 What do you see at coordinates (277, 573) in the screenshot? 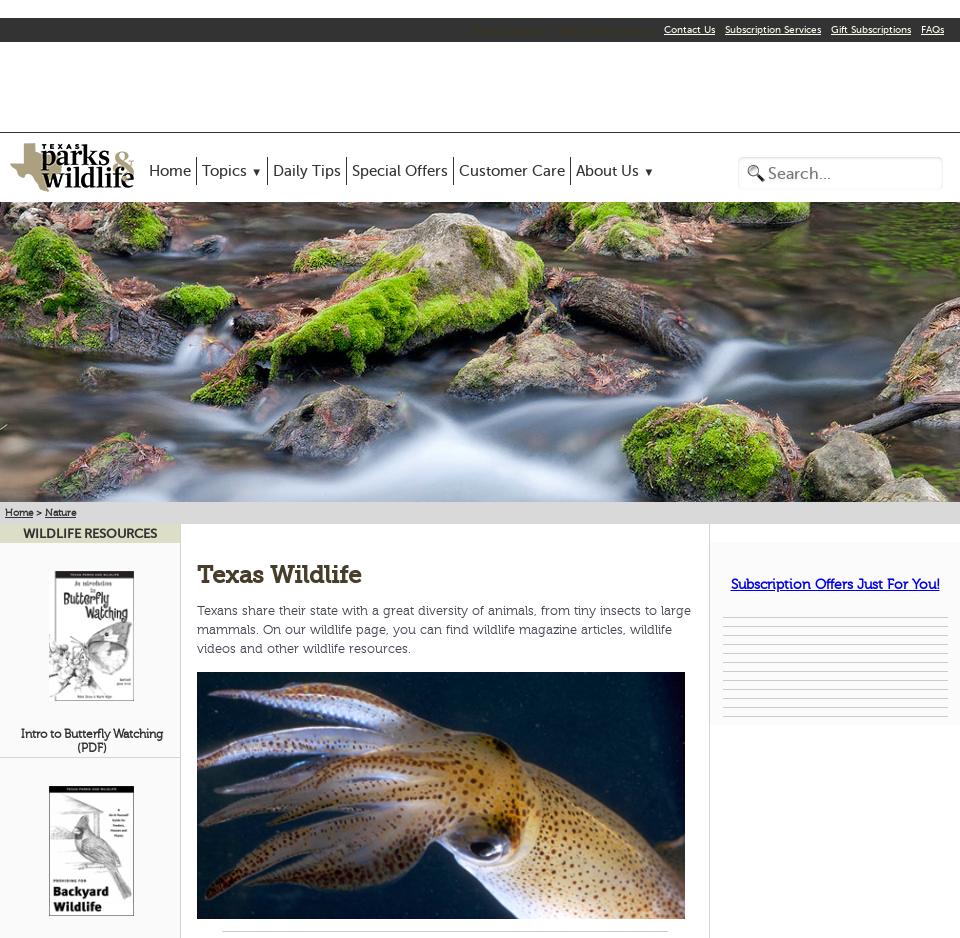
I see `'Texas wildlife'` at bounding box center [277, 573].